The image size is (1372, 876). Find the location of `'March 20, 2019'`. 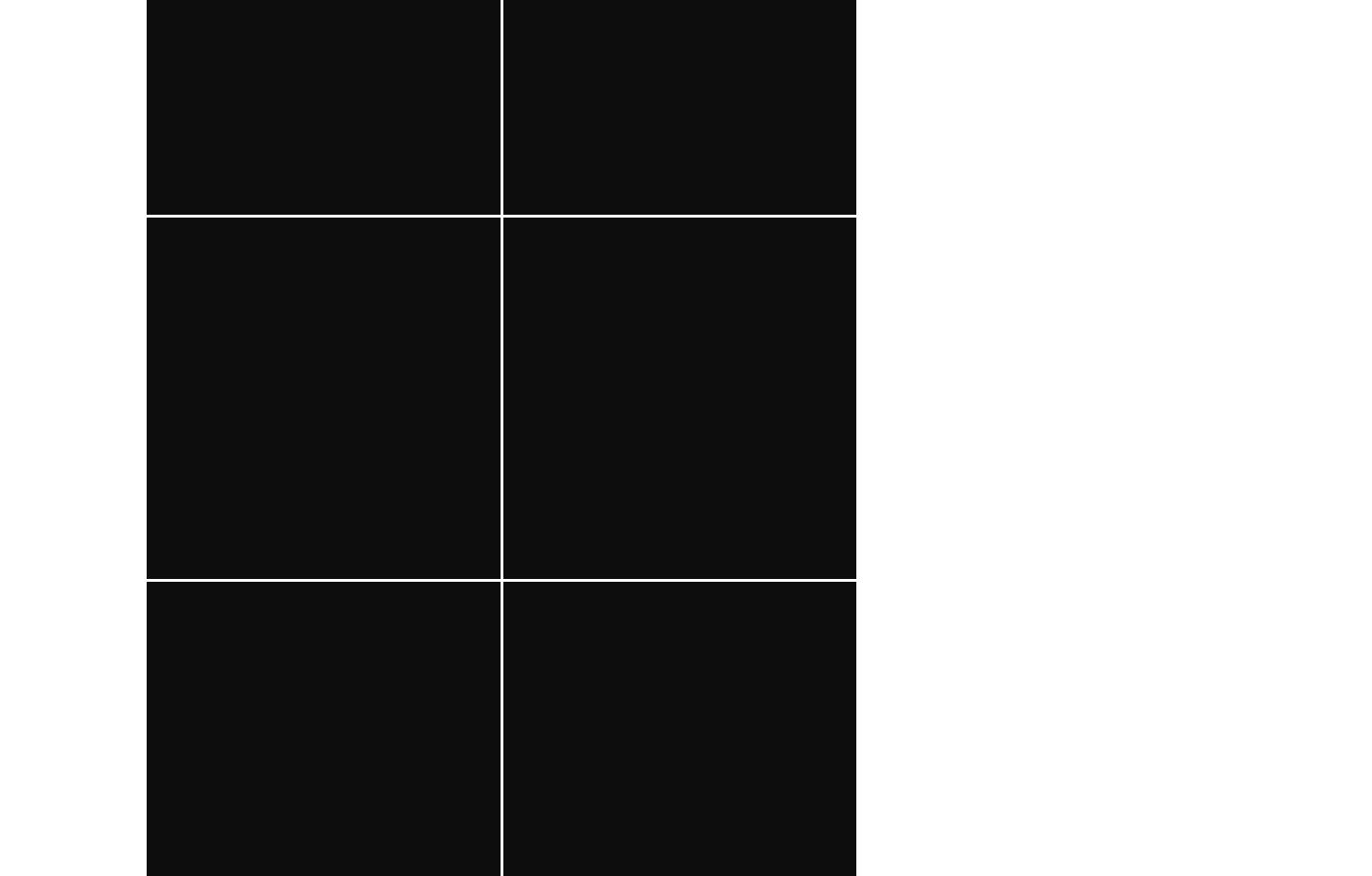

'March 20, 2019' is located at coordinates (768, 675).